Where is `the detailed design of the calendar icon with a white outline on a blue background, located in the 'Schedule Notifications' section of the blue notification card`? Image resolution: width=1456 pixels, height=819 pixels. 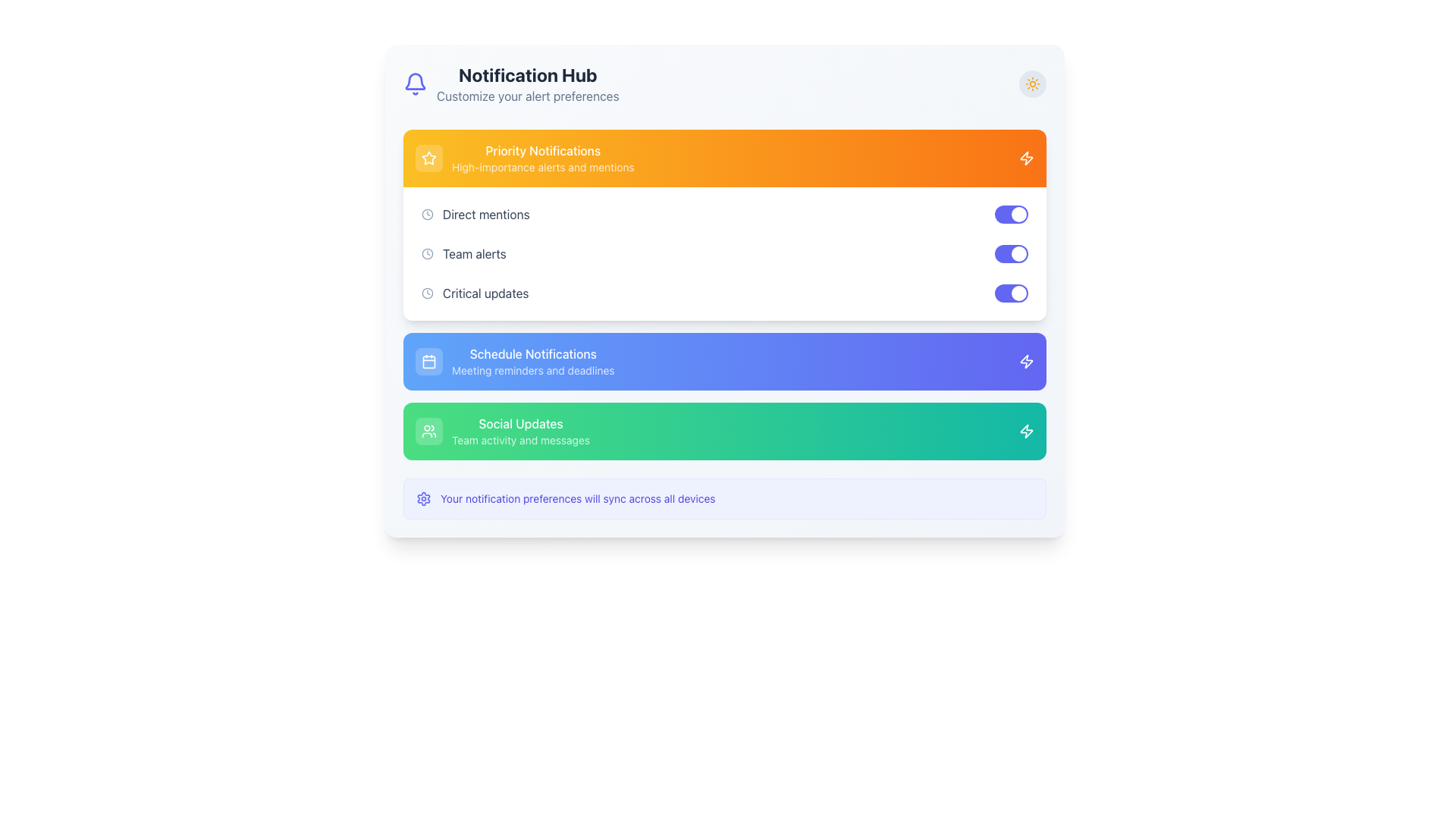
the detailed design of the calendar icon with a white outline on a blue background, located in the 'Schedule Notifications' section of the blue notification card is located at coordinates (428, 362).